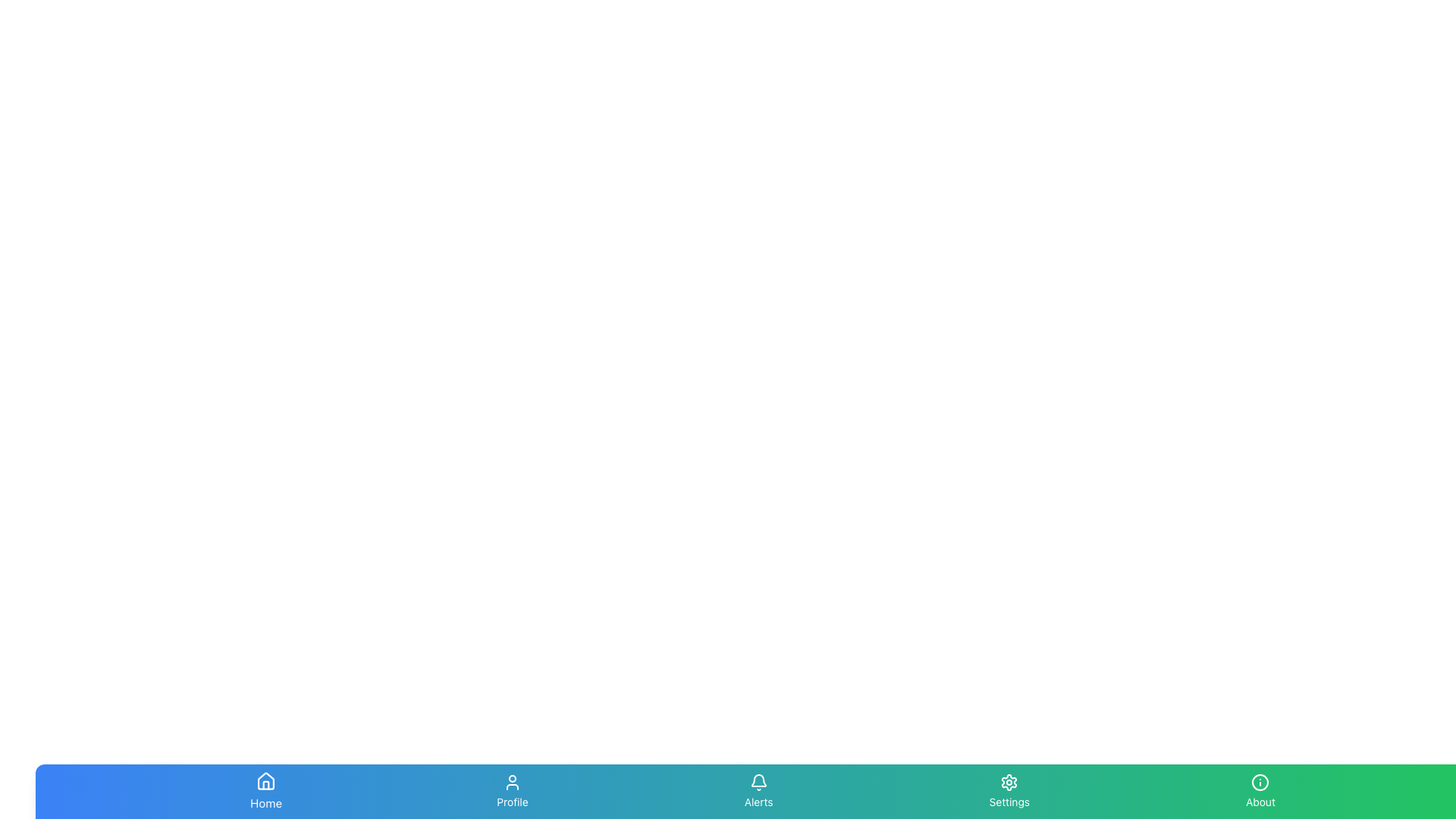 Image resolution: width=1456 pixels, height=819 pixels. What do you see at coordinates (513, 791) in the screenshot?
I see `the 'Profile' button, which is styled in white text and features a user icon above the label, located in the navigation bar at the bottom of the application interface` at bounding box center [513, 791].